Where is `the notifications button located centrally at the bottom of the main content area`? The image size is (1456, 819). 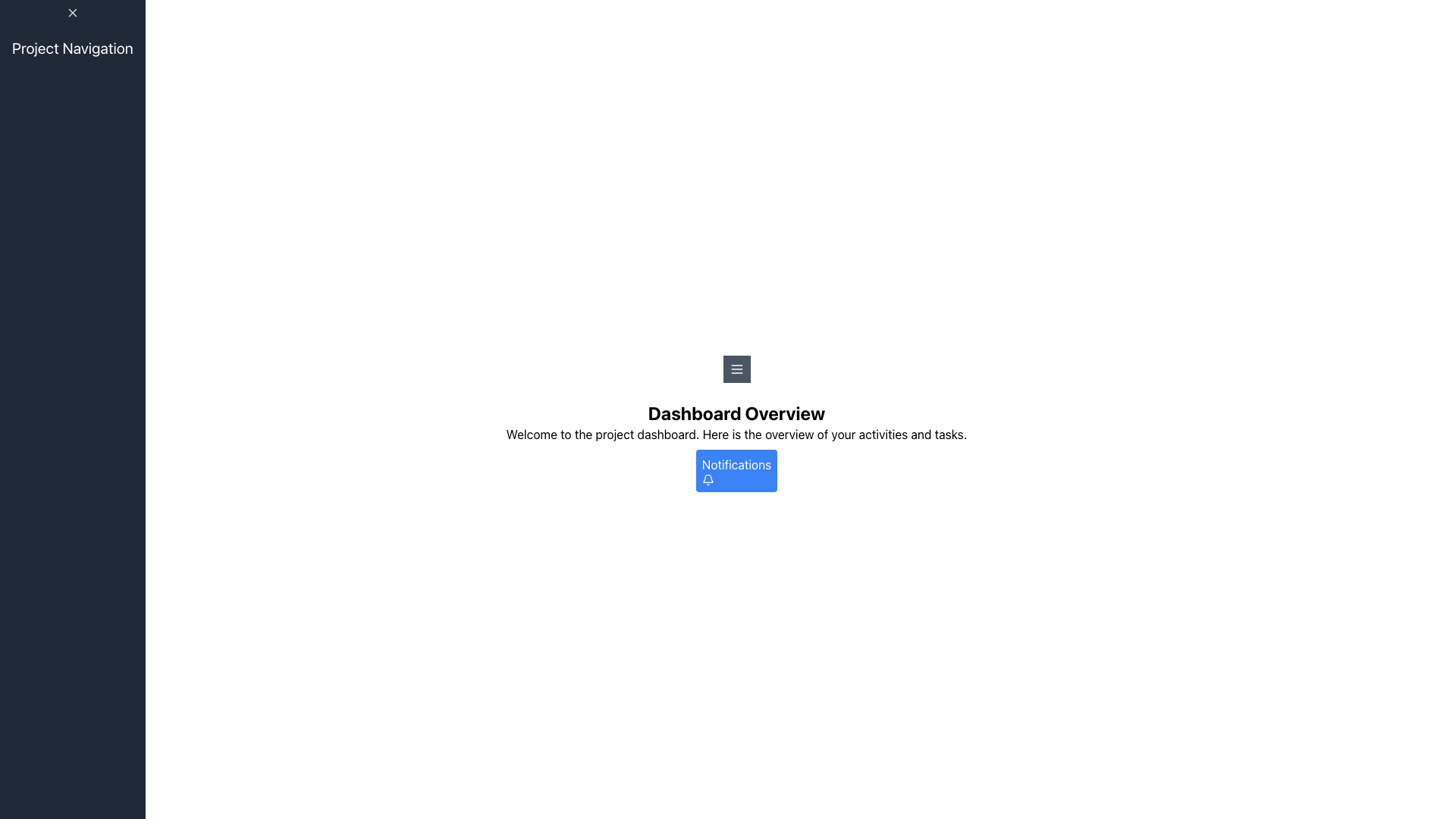 the notifications button located centrally at the bottom of the main content area is located at coordinates (736, 470).